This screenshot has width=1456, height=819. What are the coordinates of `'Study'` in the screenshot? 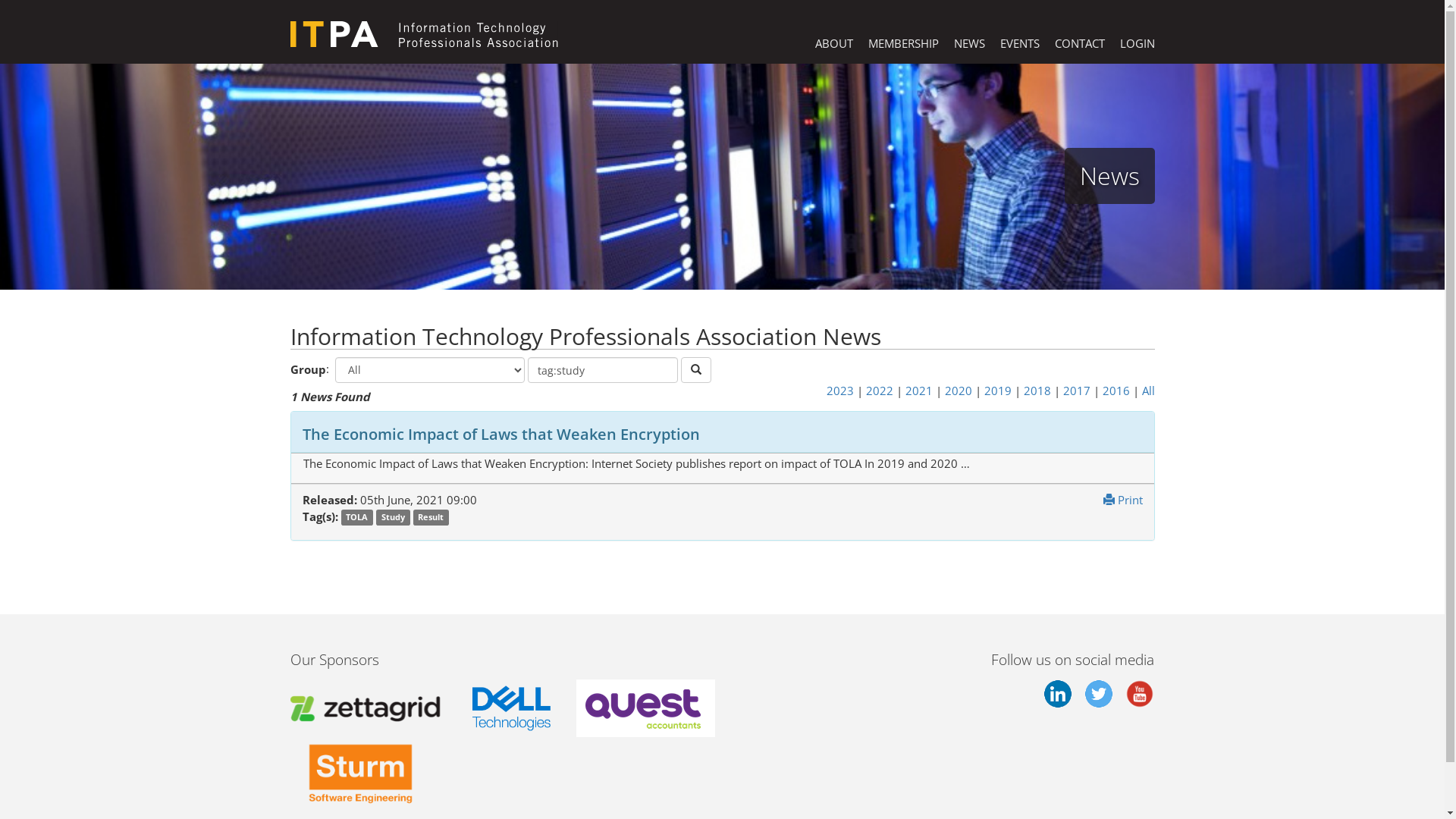 It's located at (393, 516).